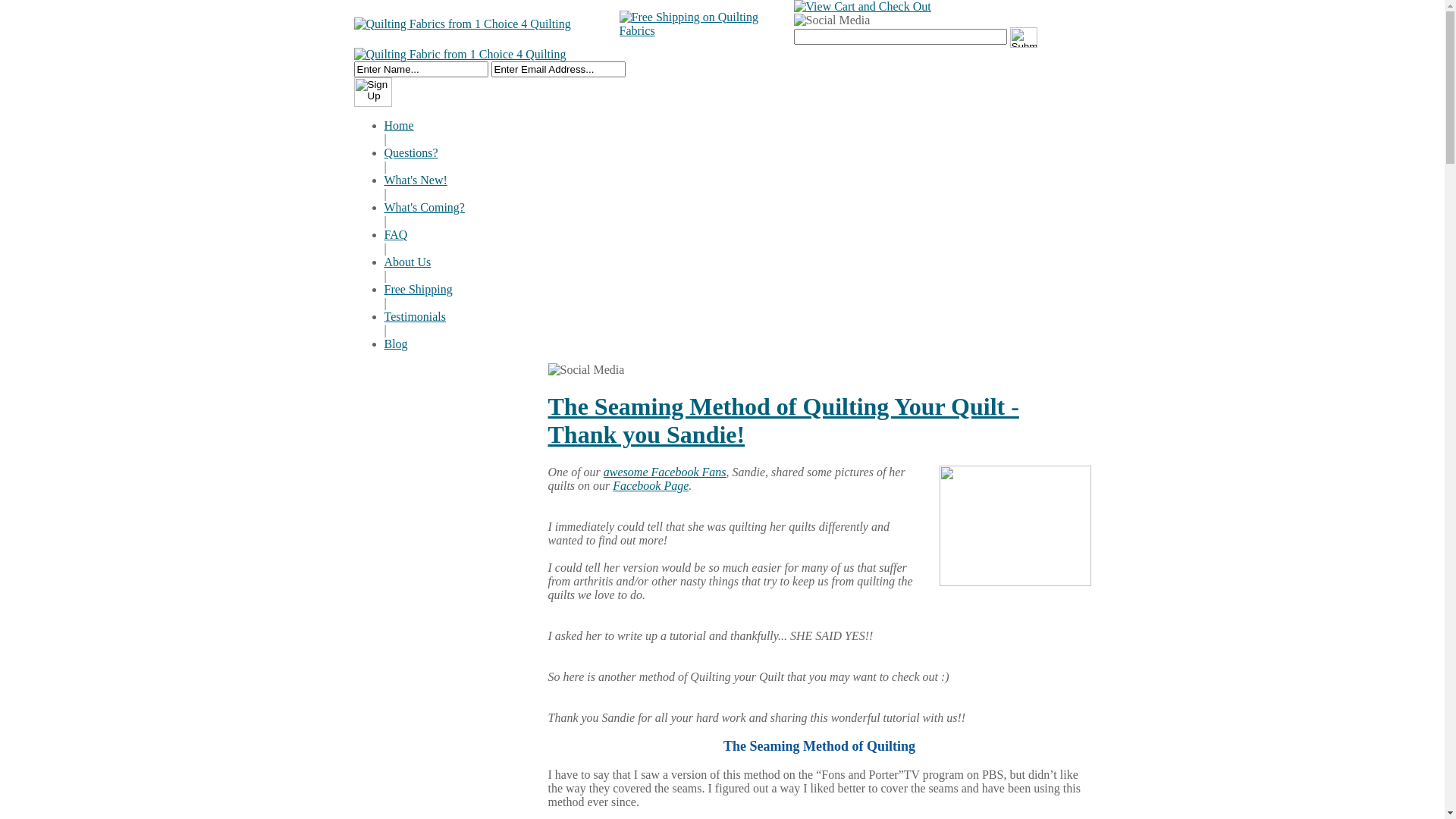  Describe the element at coordinates (415, 315) in the screenshot. I see `'Testimonials'` at that location.